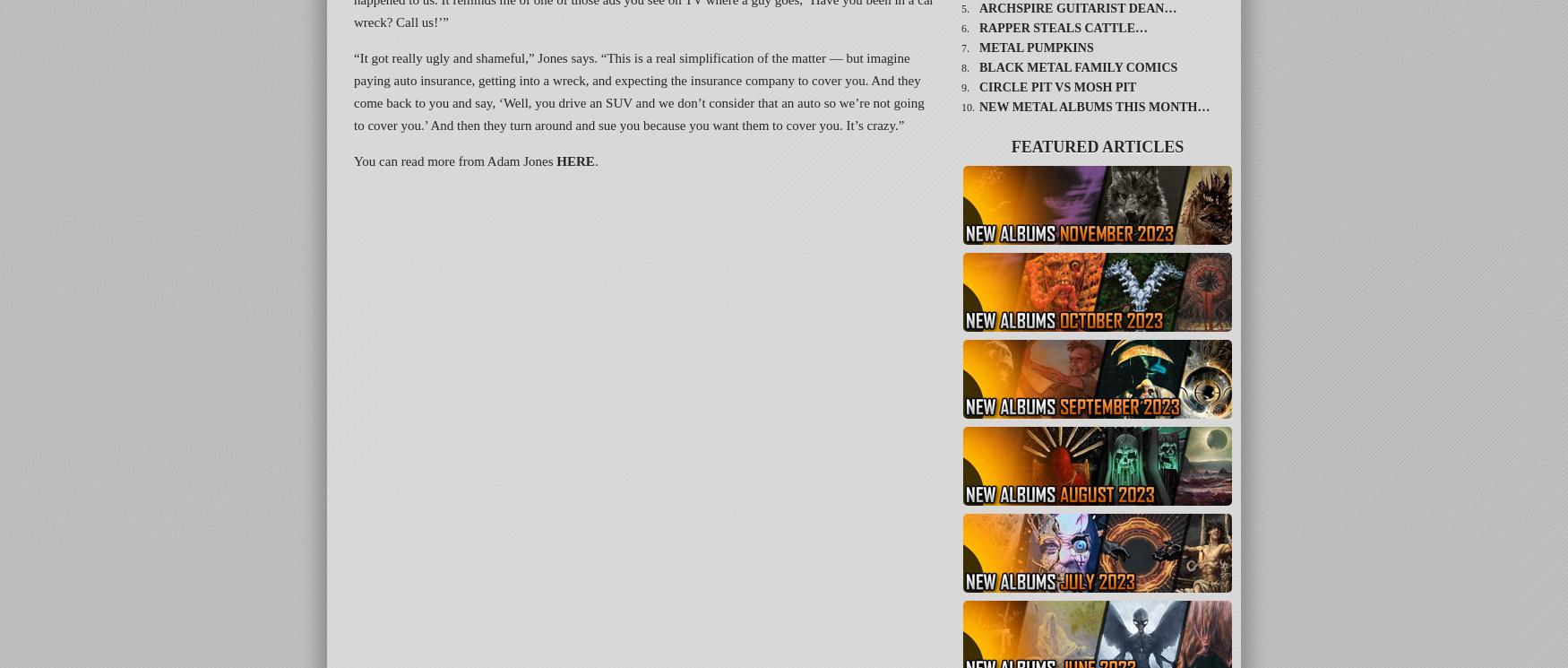 Image resolution: width=1568 pixels, height=668 pixels. I want to click on 'New Metal Albums This Month…', so click(1094, 106).